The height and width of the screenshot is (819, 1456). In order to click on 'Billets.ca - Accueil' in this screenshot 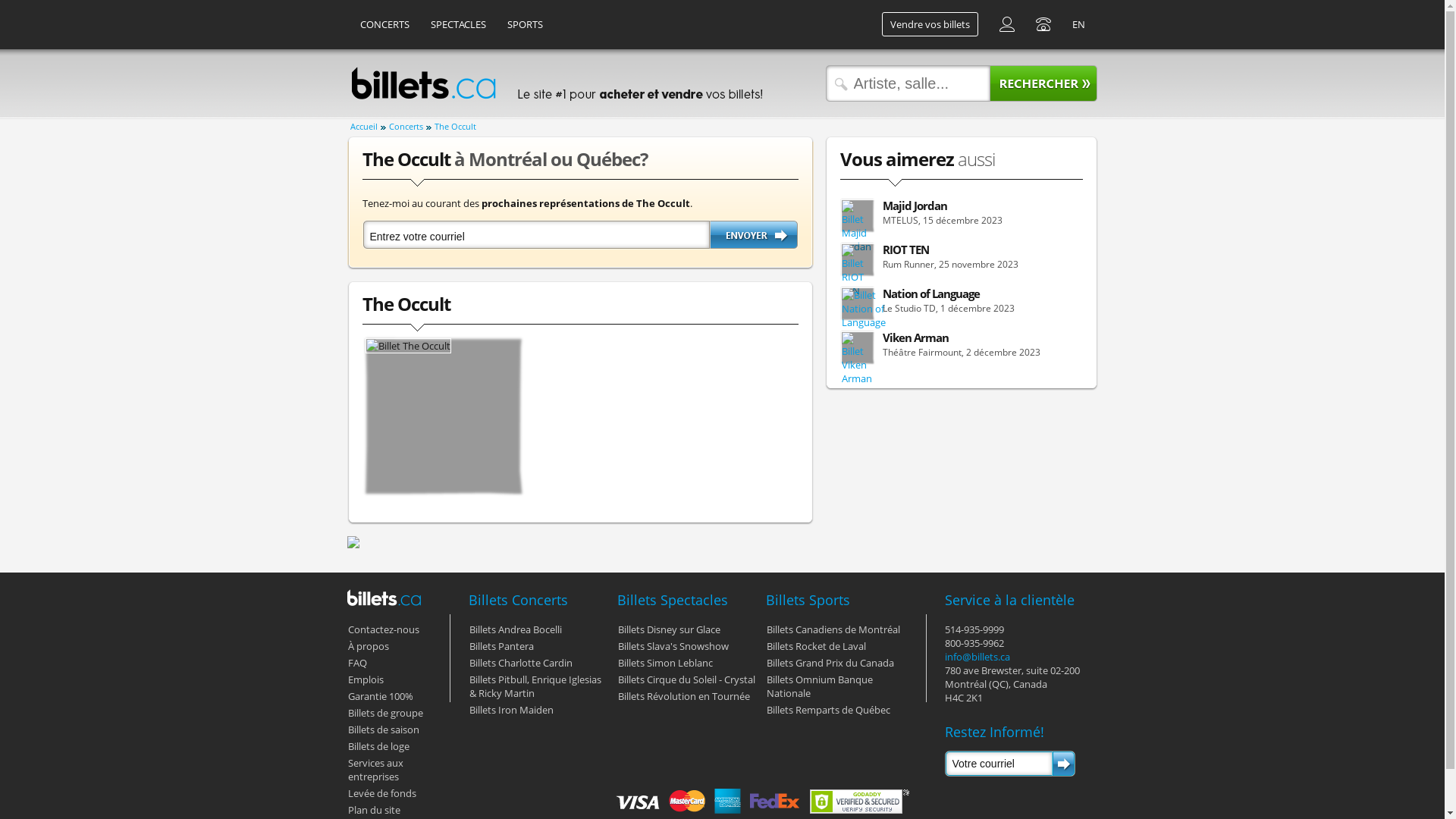, I will do `click(422, 83)`.